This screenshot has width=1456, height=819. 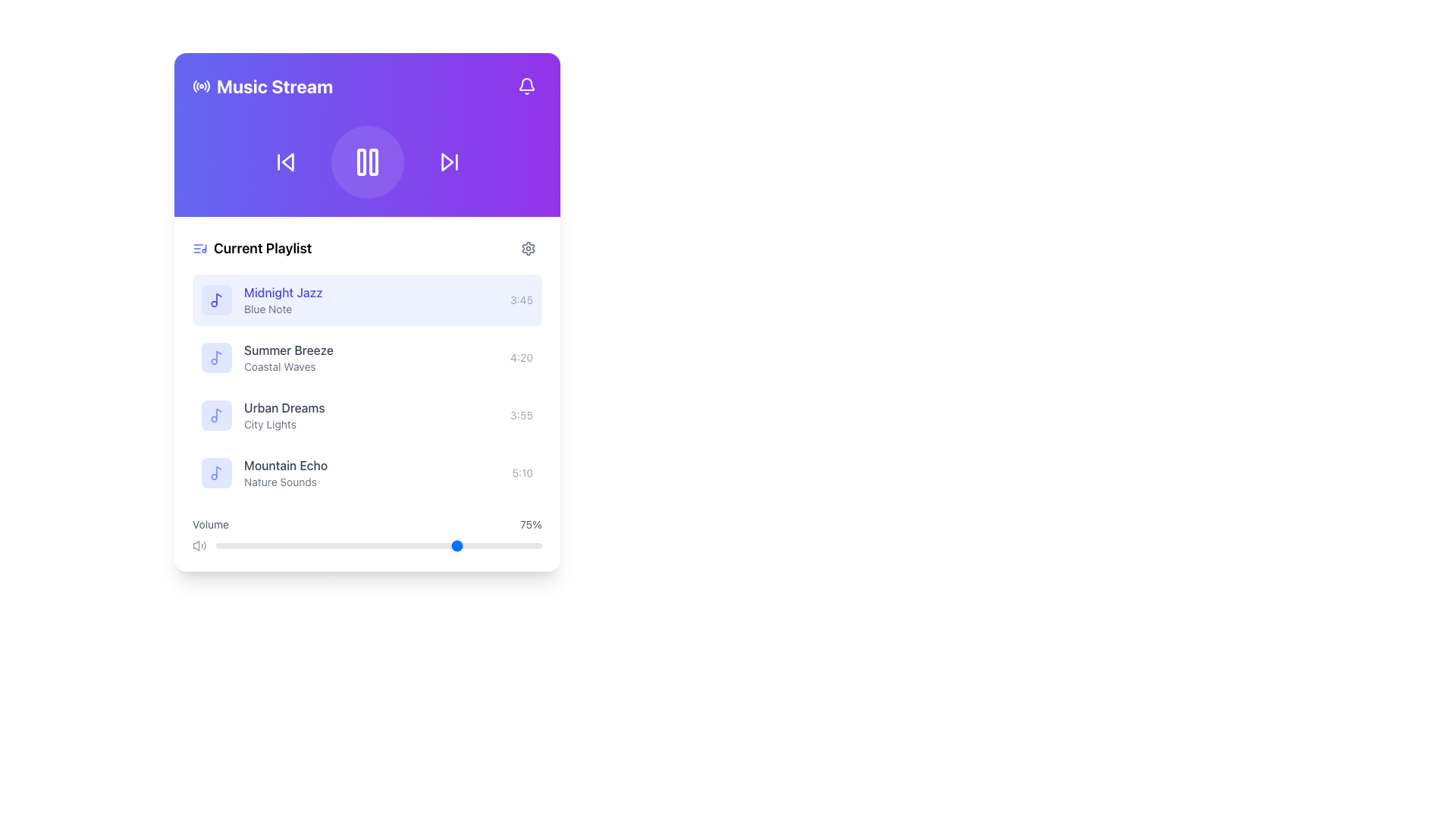 I want to click on the musical note icon in the 'Current Playlist' section associated with 'Midnight Jazz', so click(x=218, y=299).